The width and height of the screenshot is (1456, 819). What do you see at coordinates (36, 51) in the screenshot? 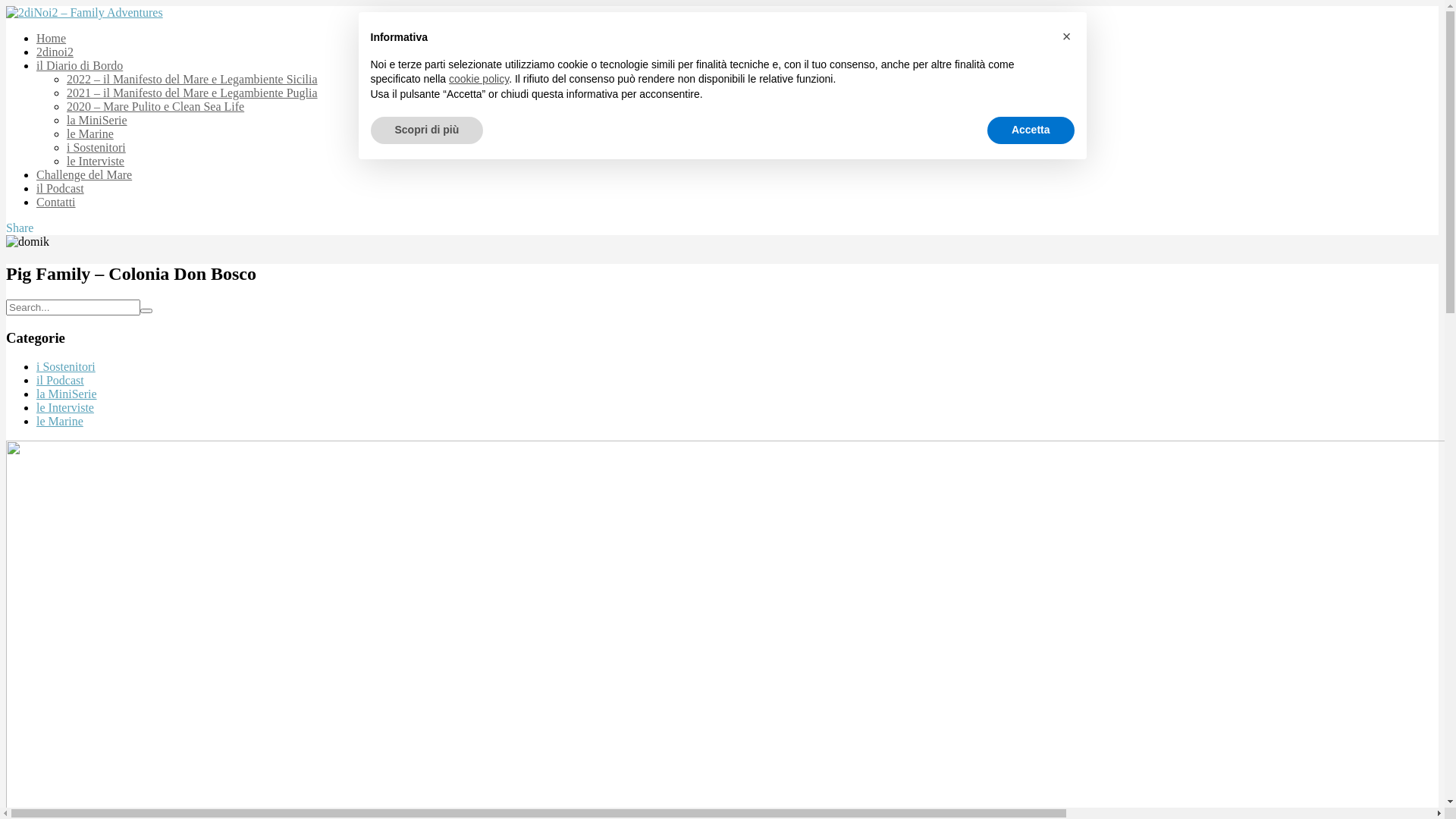
I see `'2dinoi2'` at bounding box center [36, 51].